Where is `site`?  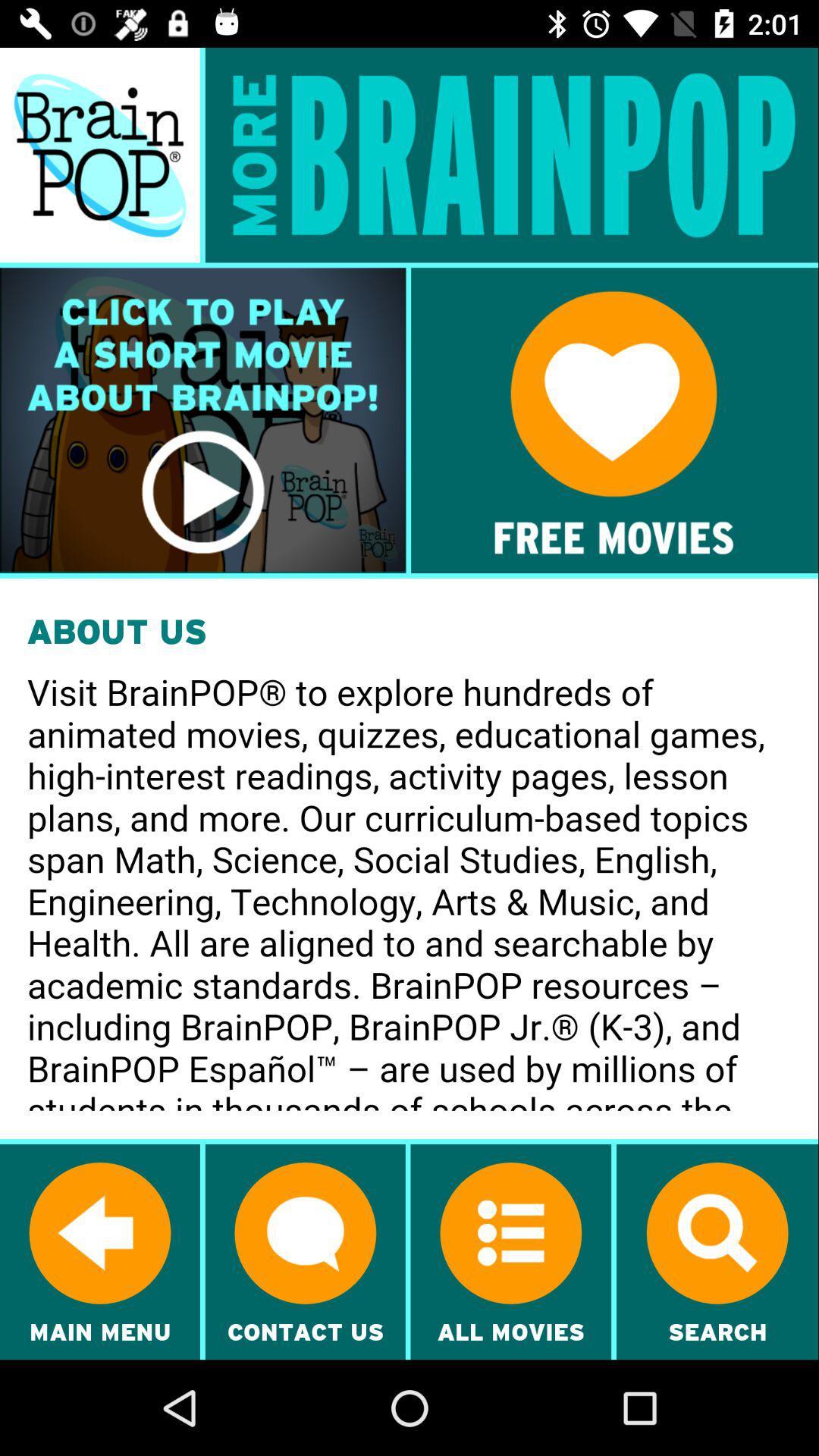
site is located at coordinates (614, 420).